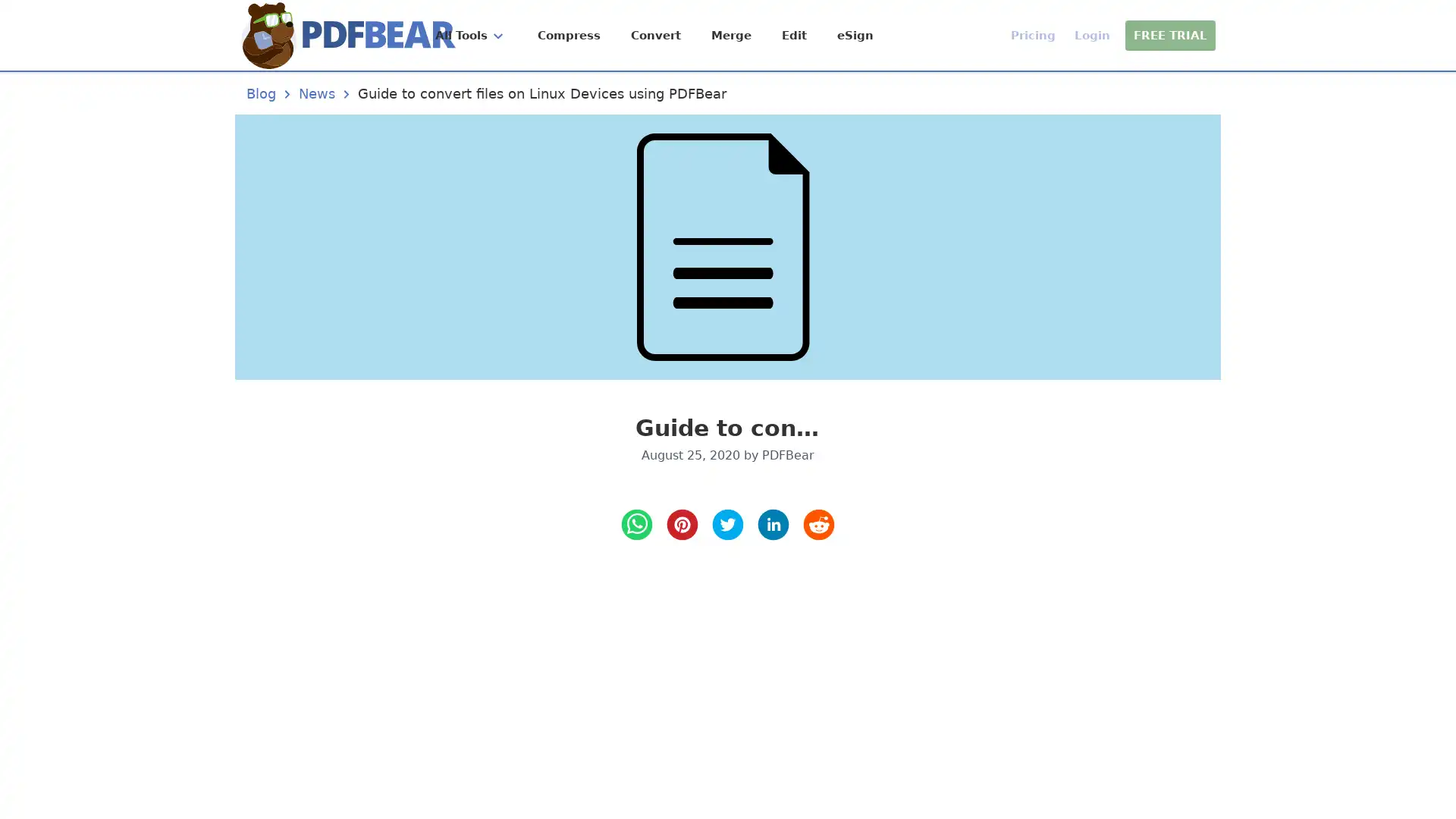  I want to click on Pinterest, so click(682, 523).